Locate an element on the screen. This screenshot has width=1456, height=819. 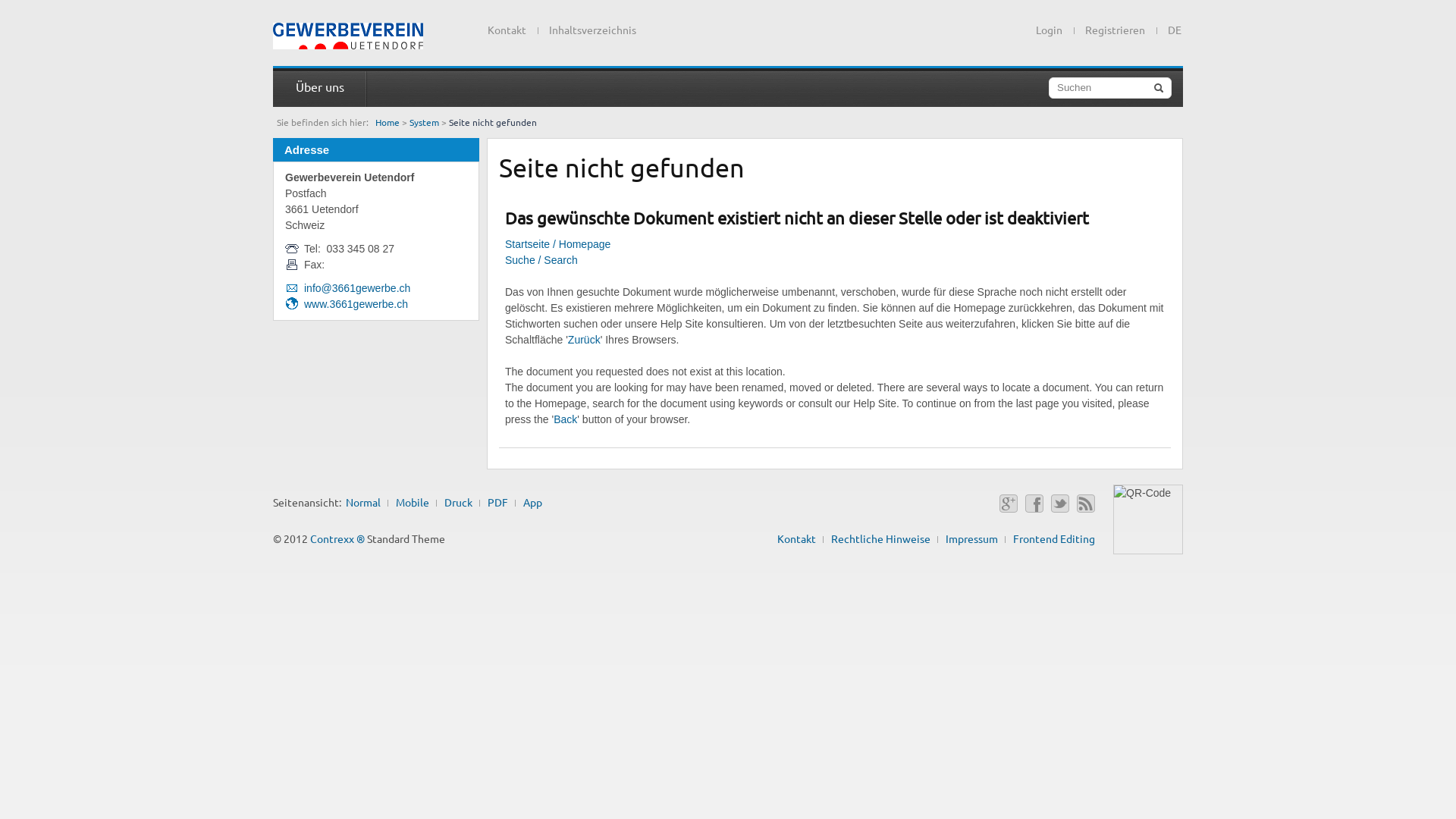
'Druck' is located at coordinates (457, 502).